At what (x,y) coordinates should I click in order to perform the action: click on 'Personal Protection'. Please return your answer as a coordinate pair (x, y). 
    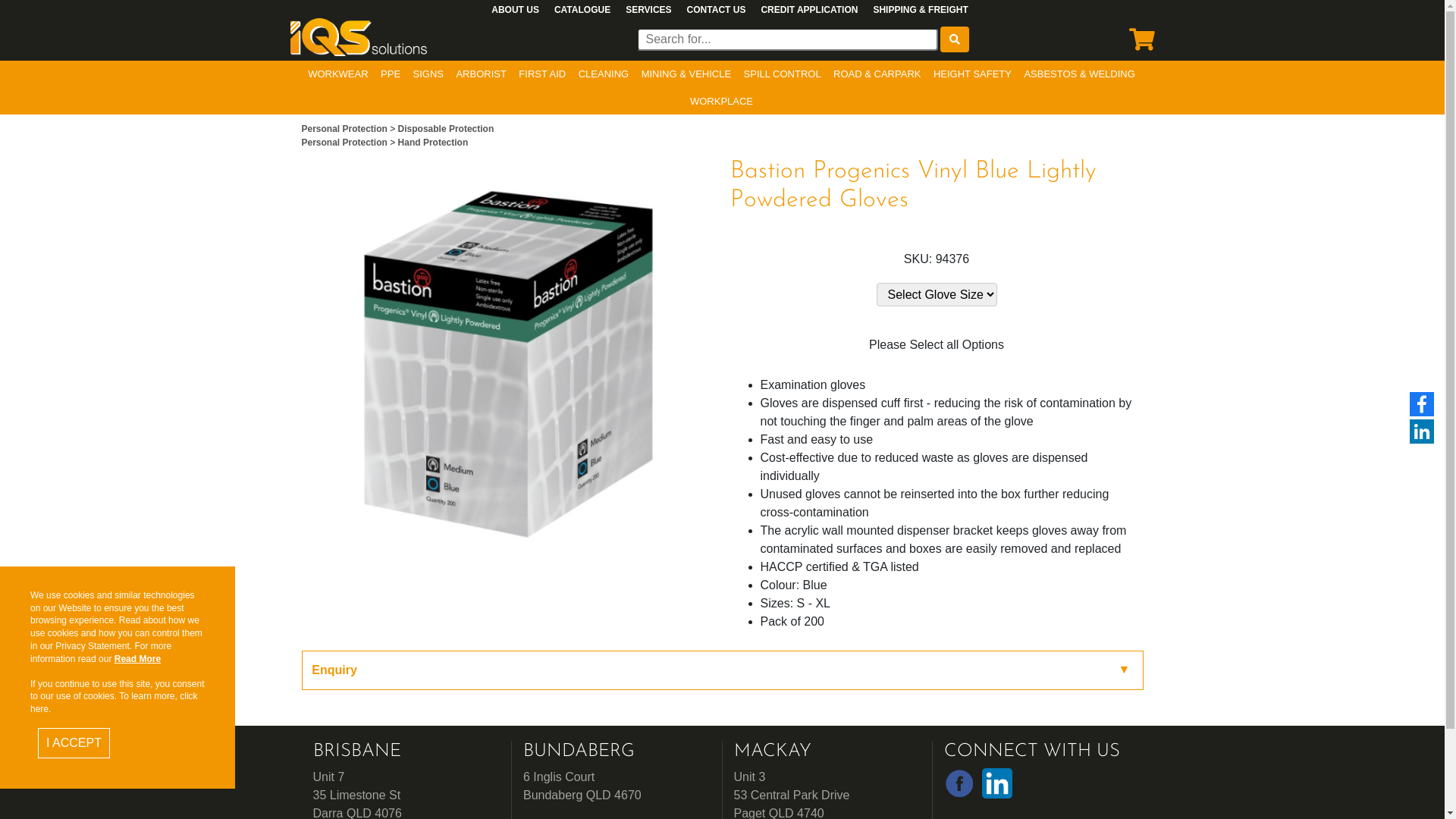
    Looking at the image, I should click on (302, 127).